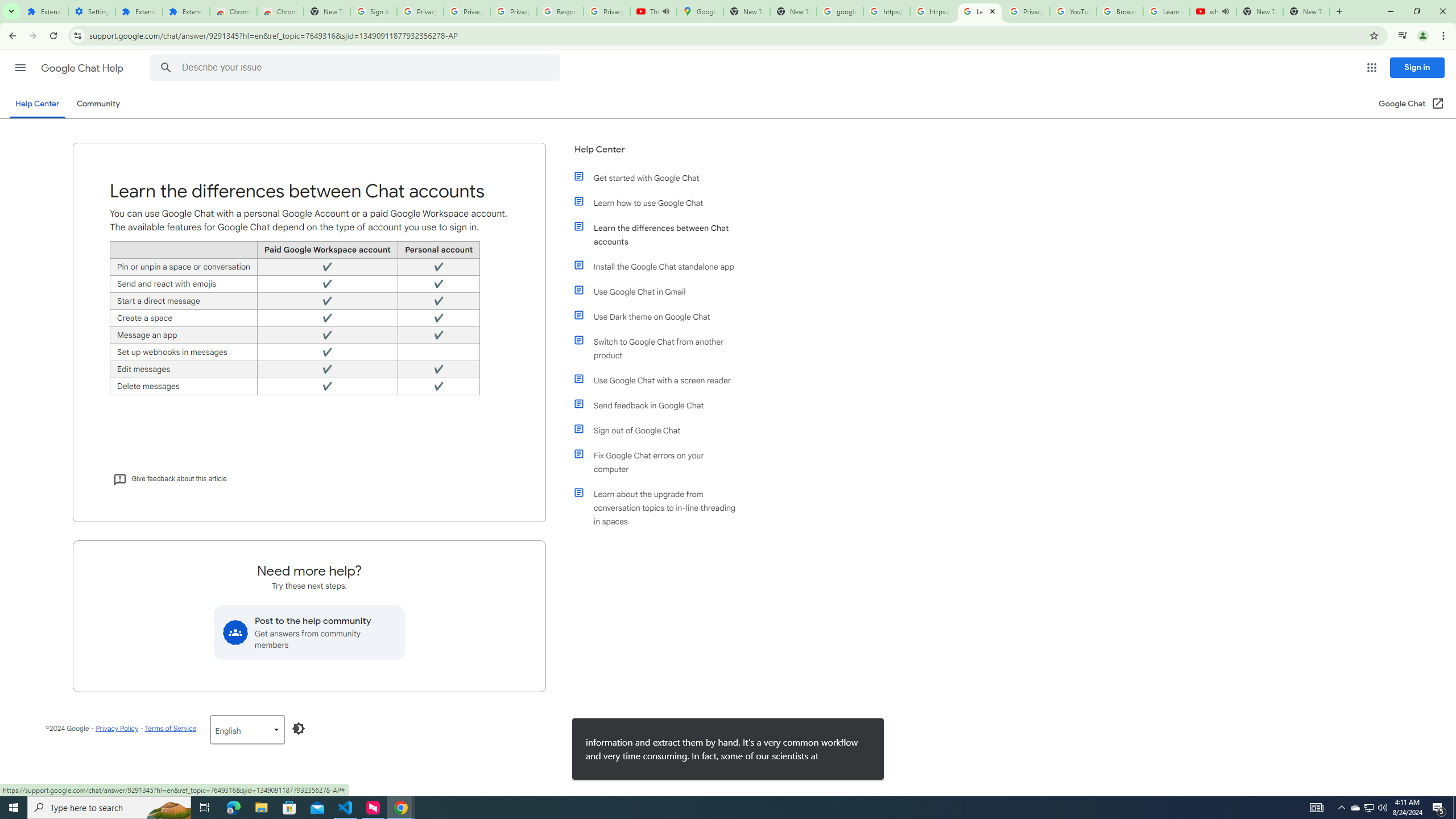  I want to click on 'Community', so click(97, 103).